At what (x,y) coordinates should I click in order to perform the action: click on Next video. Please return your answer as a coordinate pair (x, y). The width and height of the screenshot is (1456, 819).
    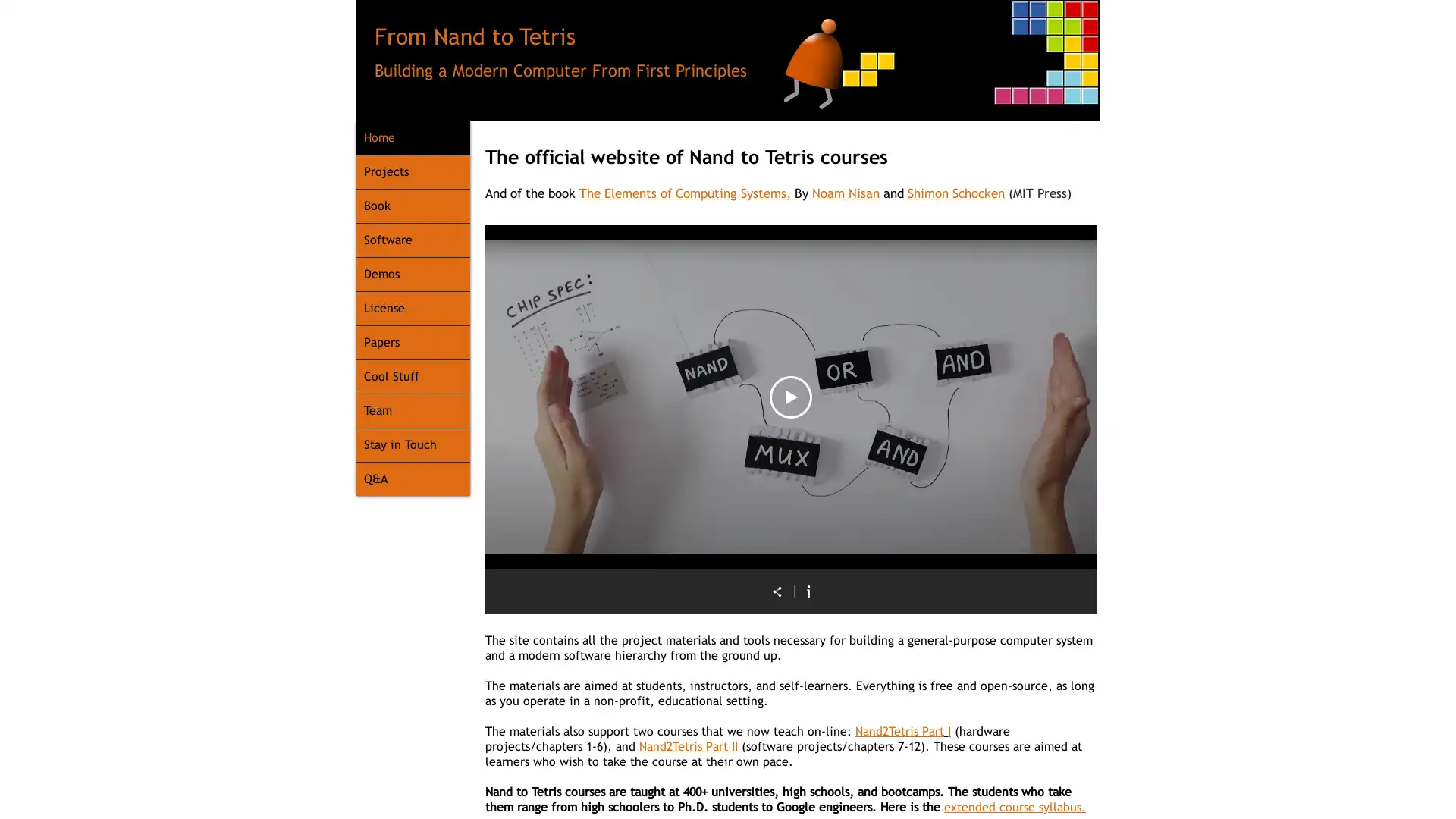
    Looking at the image, I should click on (1064, 396).